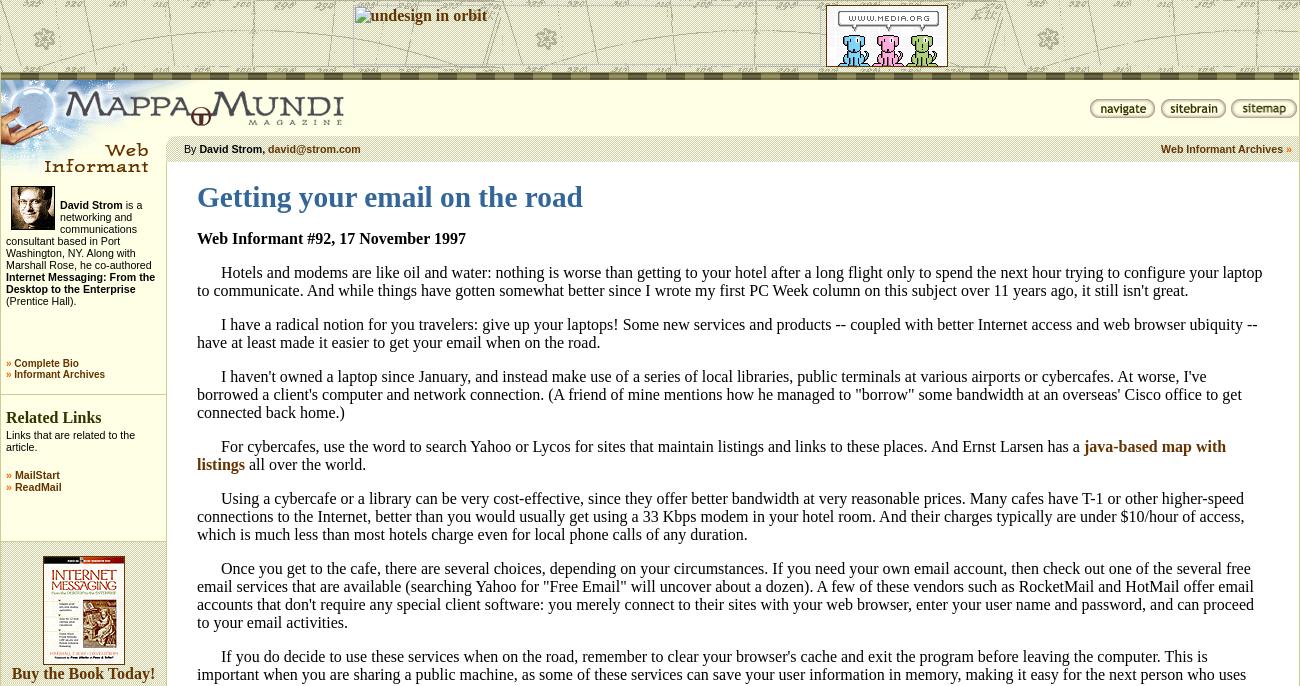 Image resolution: width=1300 pixels, height=686 pixels. Describe the element at coordinates (719, 393) in the screenshot. I see `'I haven't owned a laptop since January, and instead make use of a series of local libraries, public terminals
at various airports or cybercafes. At worse, I've borrowed a client's computer and network connection. (A friend of mine mentions how he managed to "borrow" some bandwidth at an overseas' Cisco office to get
connected back home.)'` at that location.